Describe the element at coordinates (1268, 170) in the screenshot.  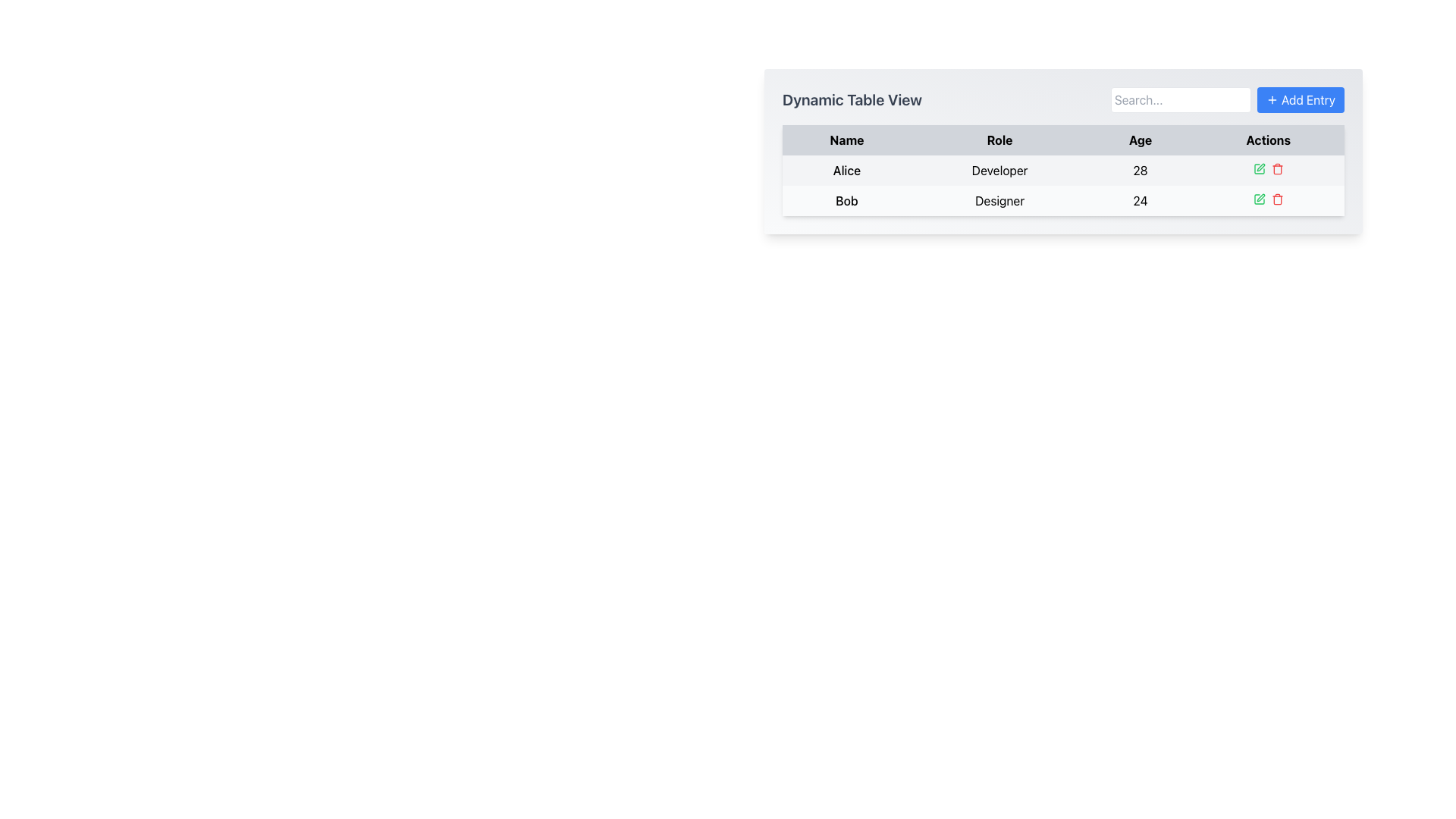
I see `the action interface in the 'Actions' column for the row of 'Alice', the 'Developer' aged '28'` at that location.